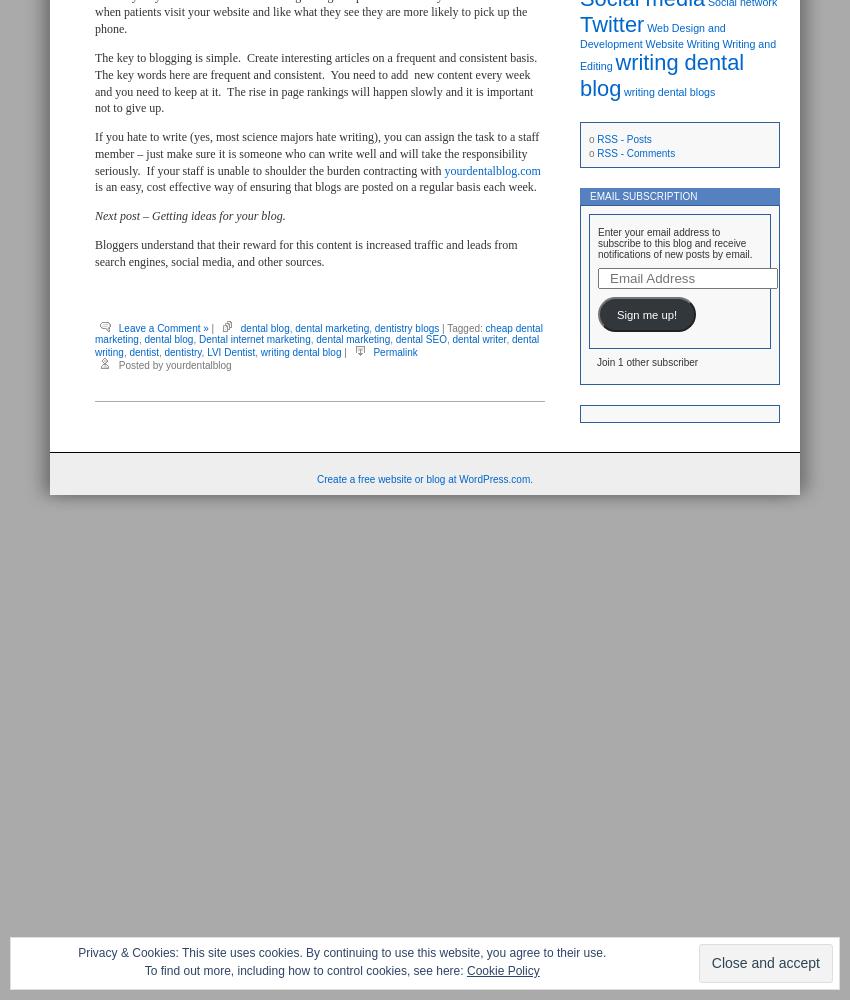 This screenshot has width=850, height=1000. I want to click on 'Writing and Editing', so click(677, 55).